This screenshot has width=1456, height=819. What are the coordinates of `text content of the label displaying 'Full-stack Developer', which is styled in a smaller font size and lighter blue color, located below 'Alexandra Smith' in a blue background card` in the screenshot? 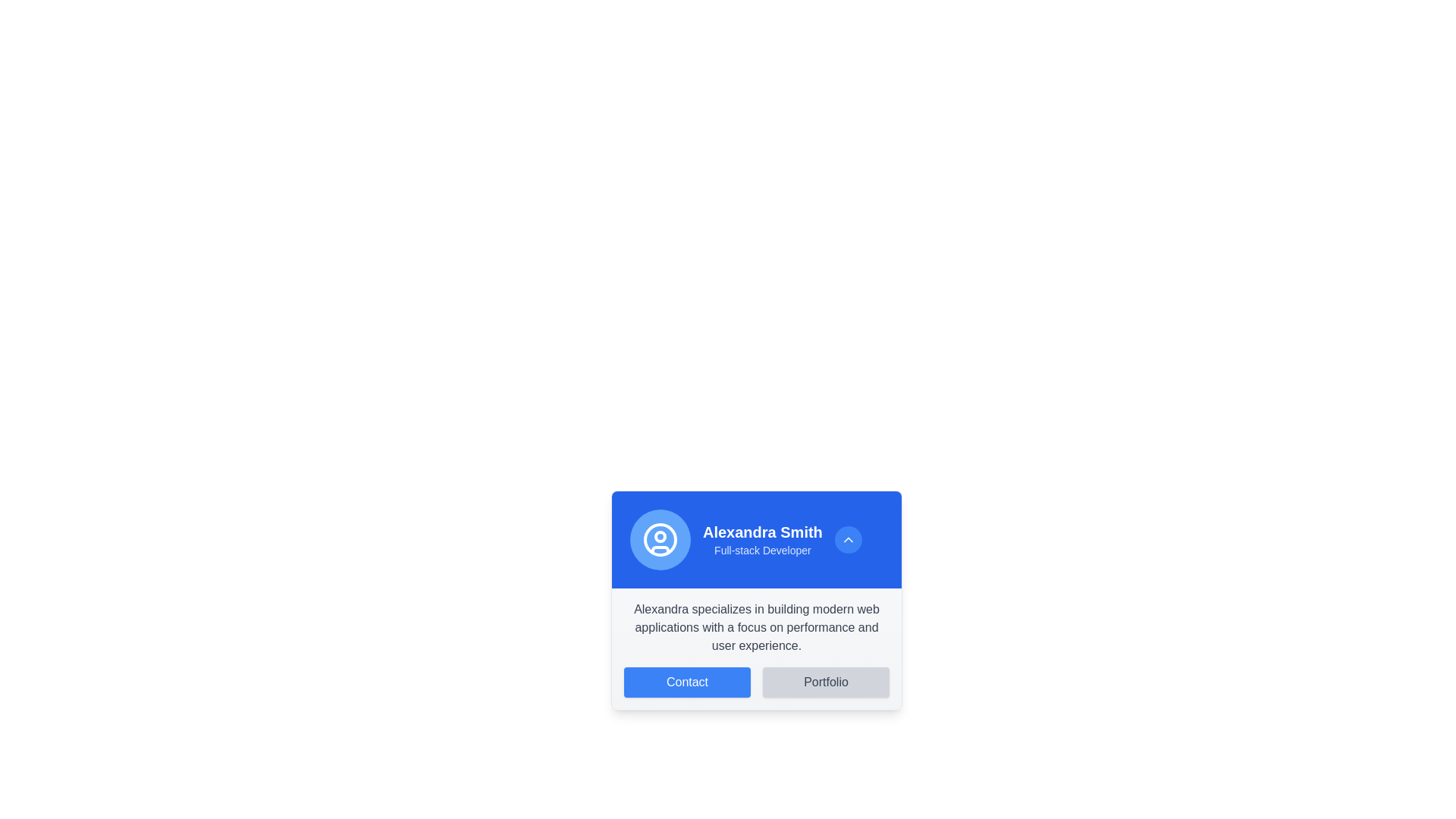 It's located at (762, 550).